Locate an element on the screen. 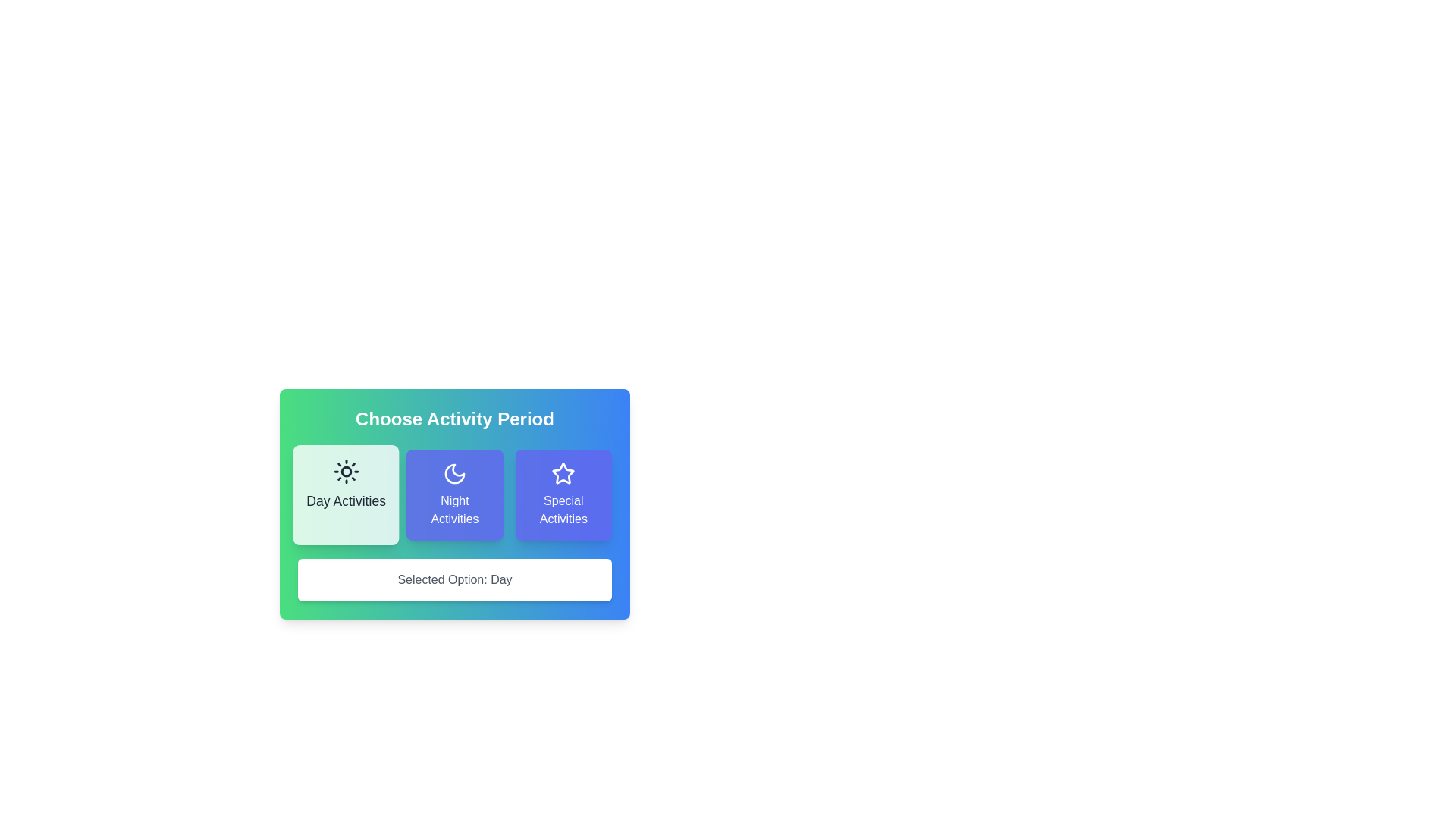 This screenshot has width=1456, height=819. the text element displaying 'Choose Activity Period', which is prominently featured in white, bold font on a colorful gradient background is located at coordinates (454, 419).